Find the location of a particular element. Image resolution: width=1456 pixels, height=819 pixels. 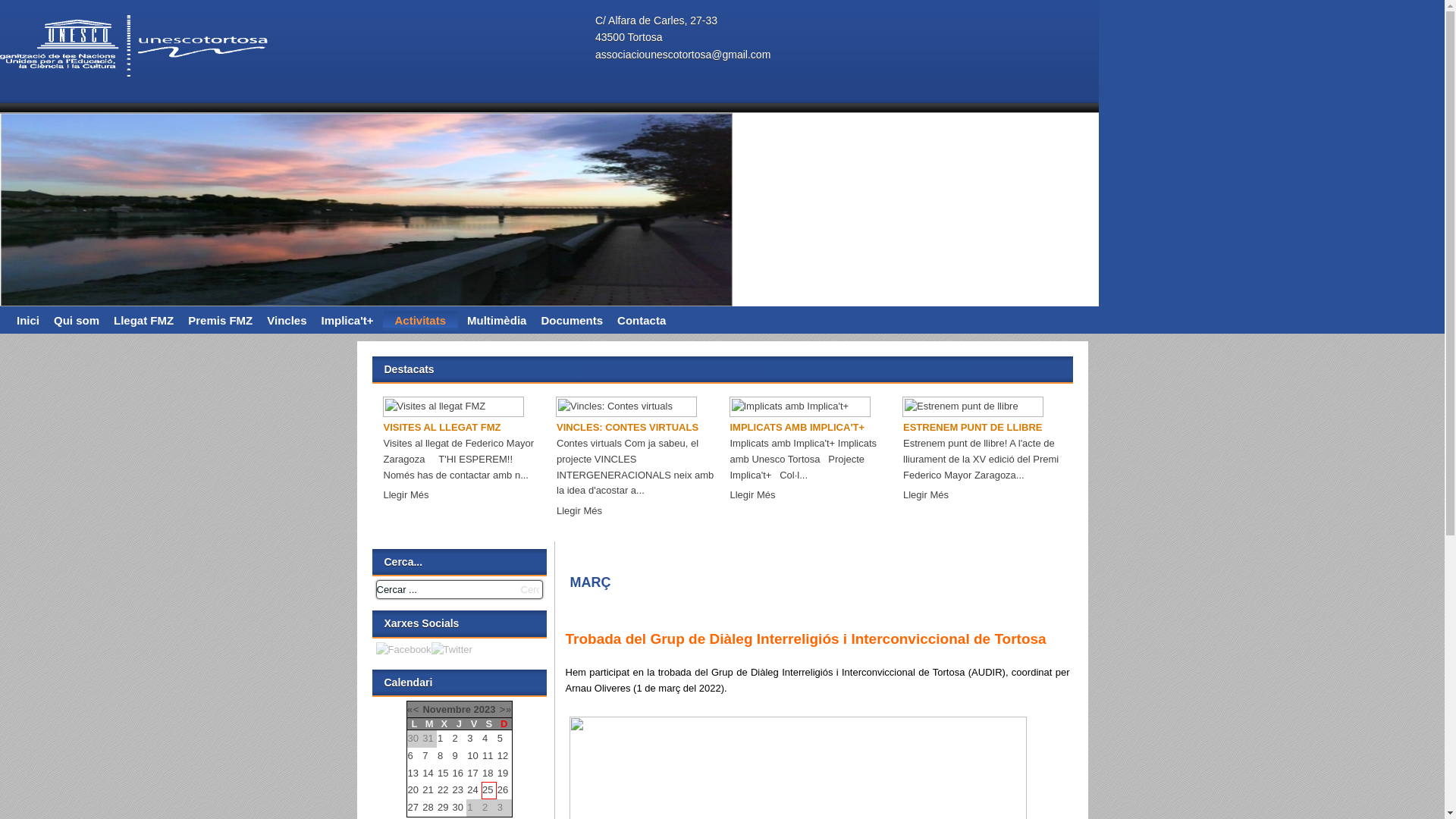

'6' is located at coordinates (410, 755).